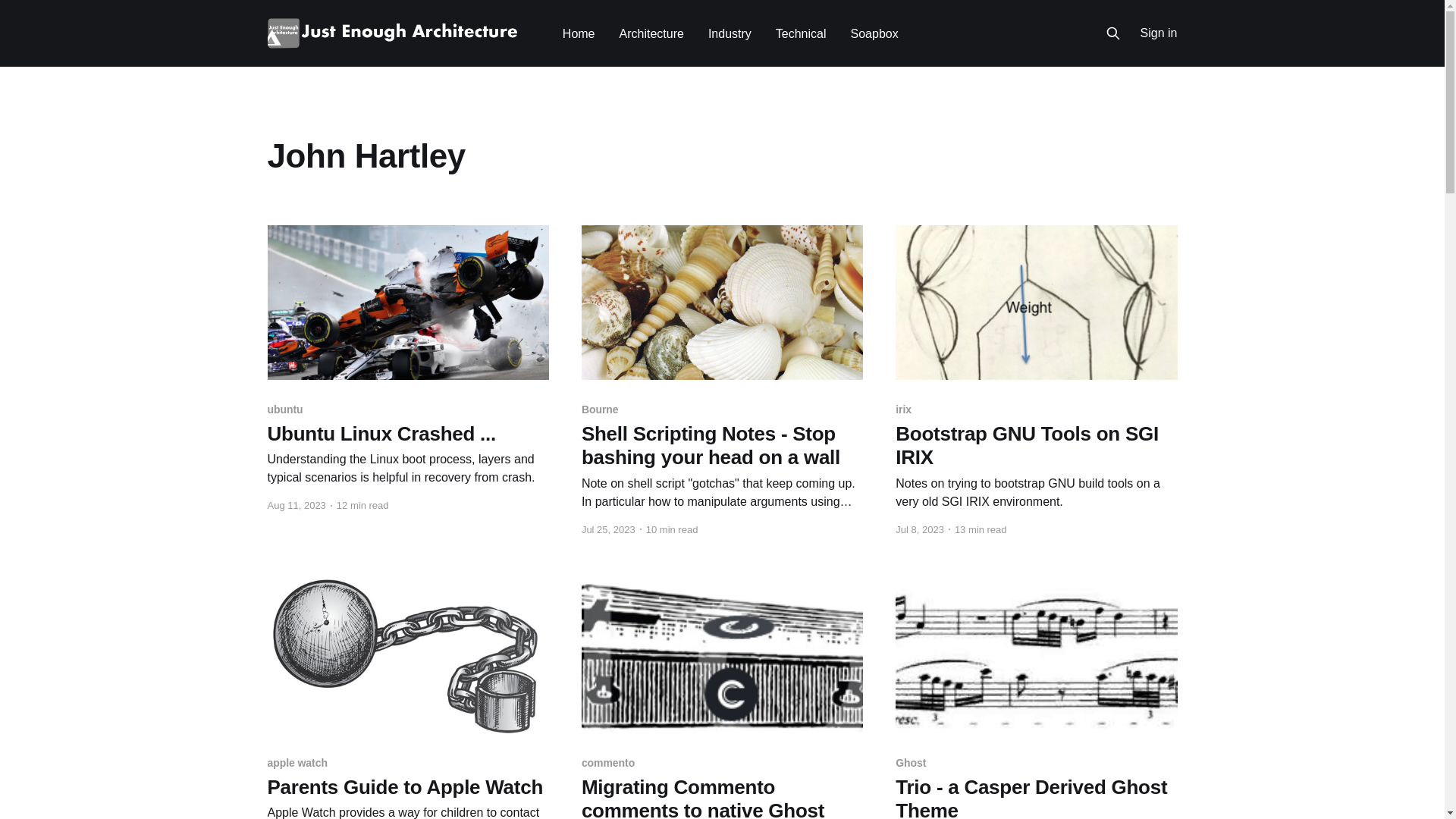 The height and width of the screenshot is (819, 1456). What do you see at coordinates (619, 33) in the screenshot?
I see `'Architecture'` at bounding box center [619, 33].